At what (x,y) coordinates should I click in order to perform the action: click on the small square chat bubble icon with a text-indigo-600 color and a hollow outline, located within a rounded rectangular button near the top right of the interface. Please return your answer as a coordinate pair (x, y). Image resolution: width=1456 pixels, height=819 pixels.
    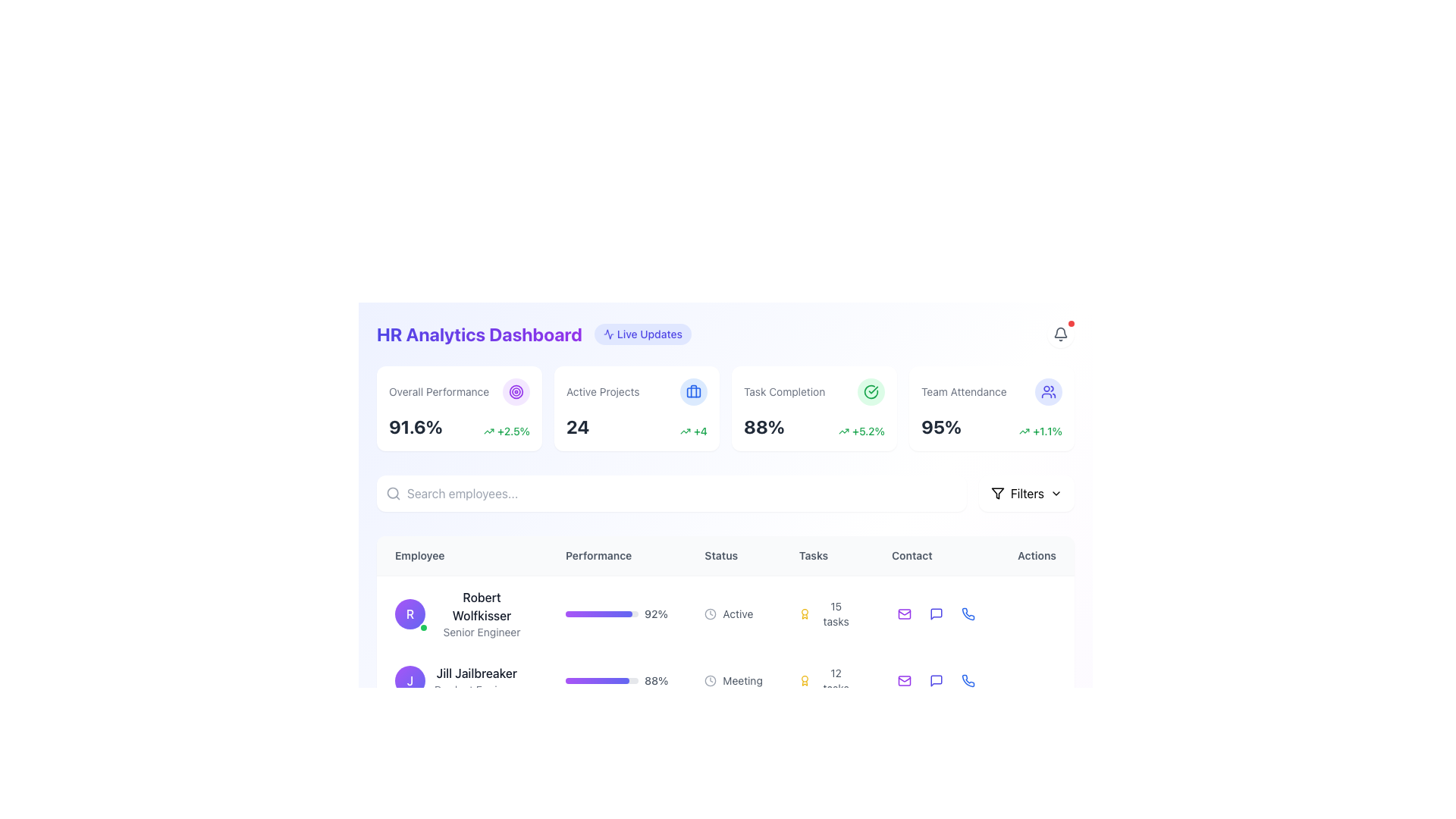
    Looking at the image, I should click on (936, 614).